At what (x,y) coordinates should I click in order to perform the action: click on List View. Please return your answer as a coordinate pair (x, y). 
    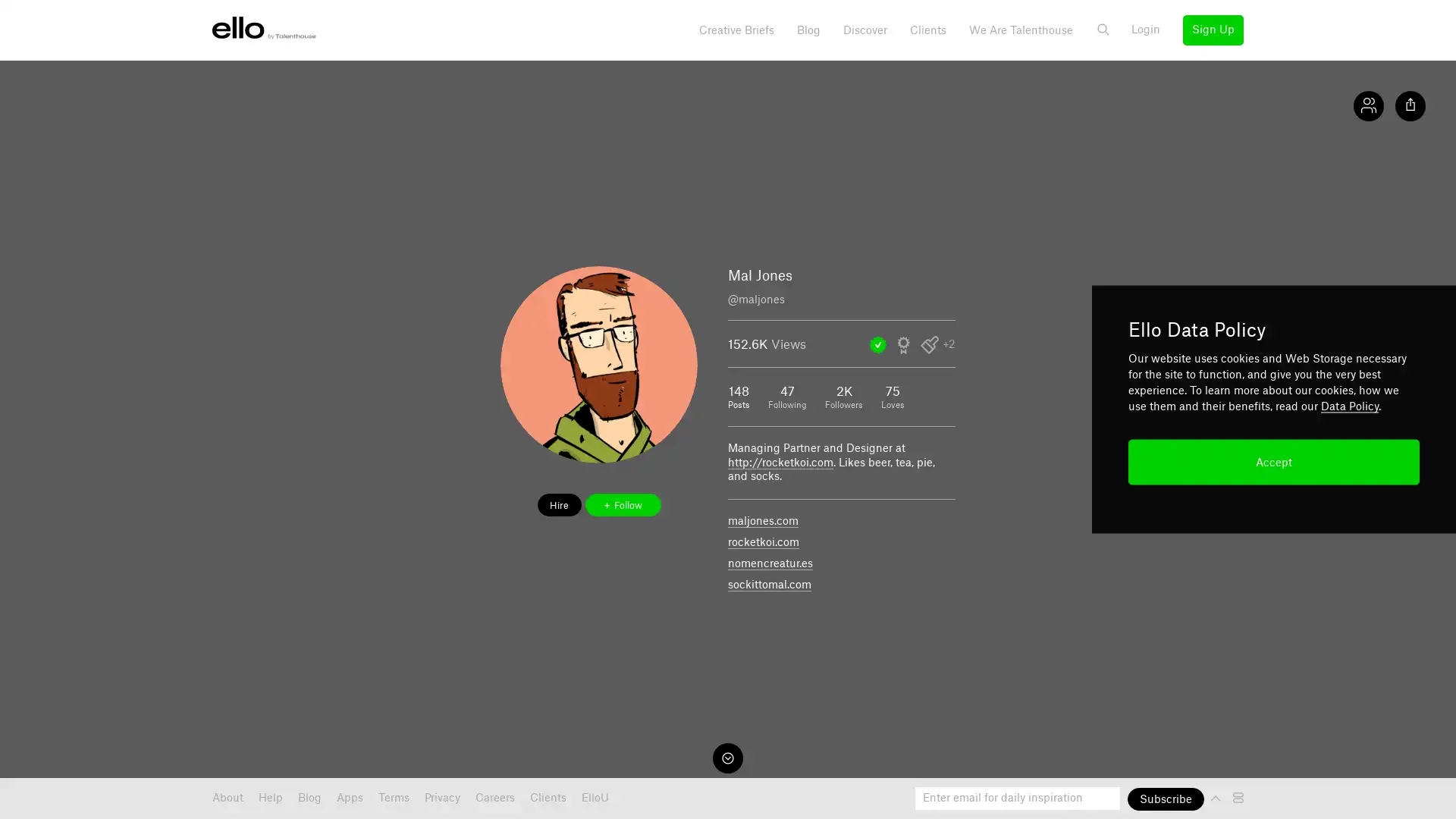
    Looking at the image, I should click on (1240, 797).